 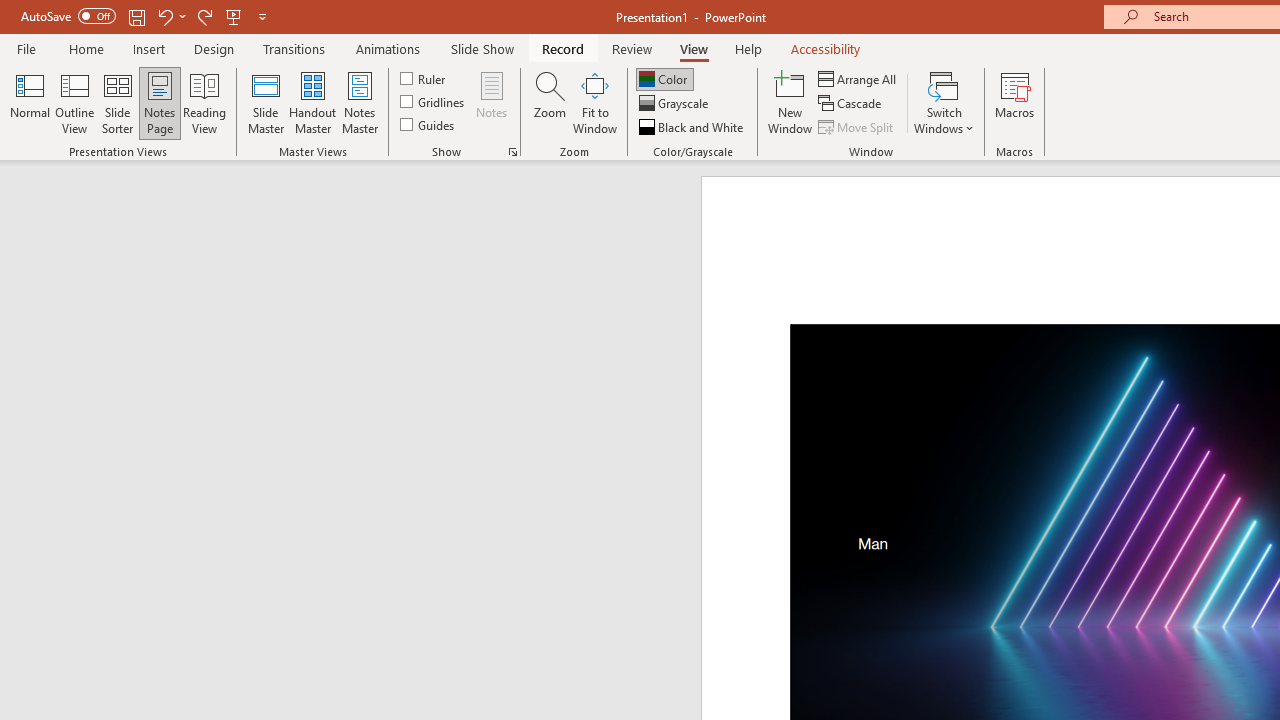 What do you see at coordinates (789, 103) in the screenshot?
I see `'New Window'` at bounding box center [789, 103].